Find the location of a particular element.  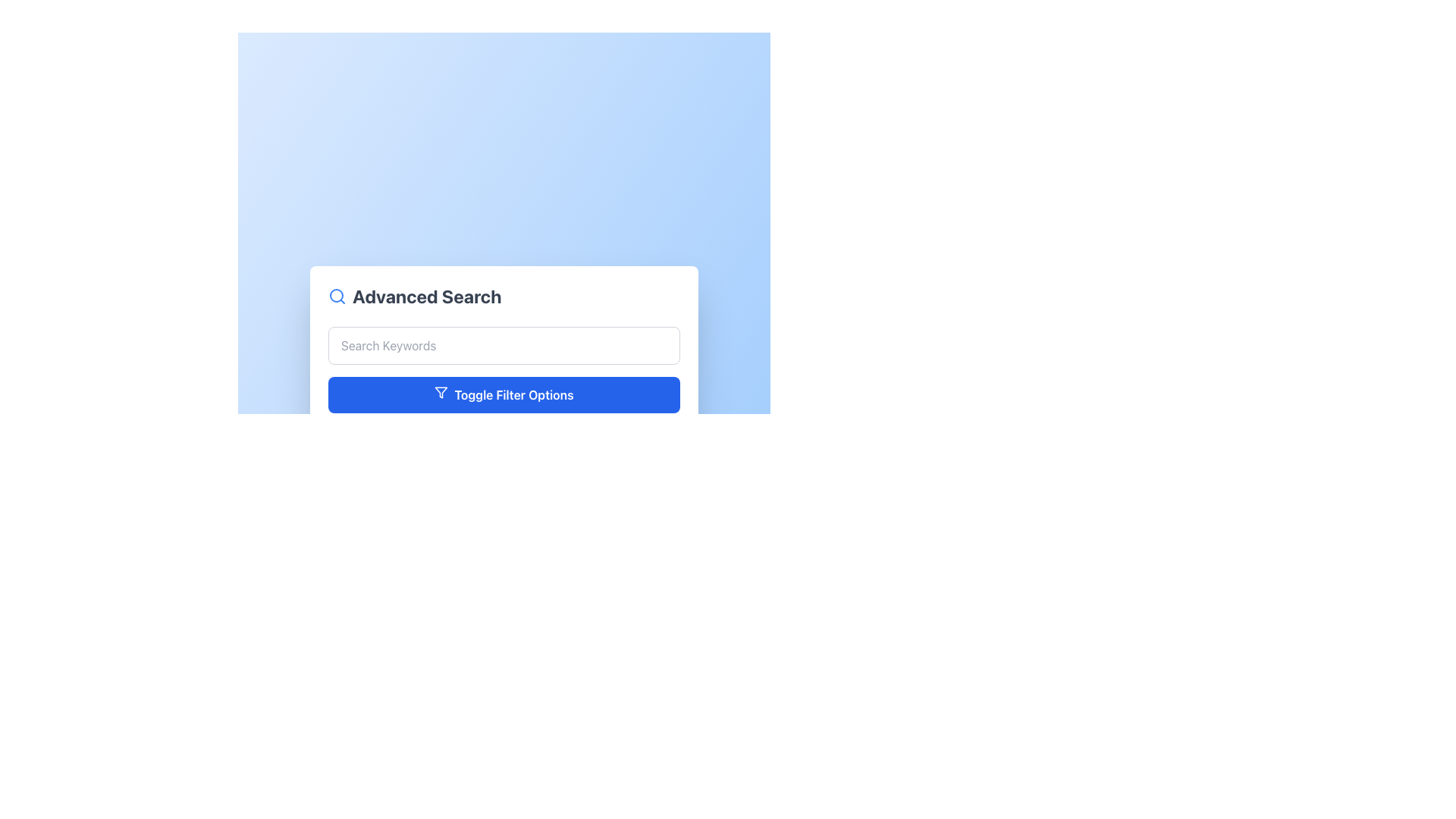

the blue magnifying glass icon located to the left of the 'Advanced Search' text in the header block of the interface is located at coordinates (337, 296).